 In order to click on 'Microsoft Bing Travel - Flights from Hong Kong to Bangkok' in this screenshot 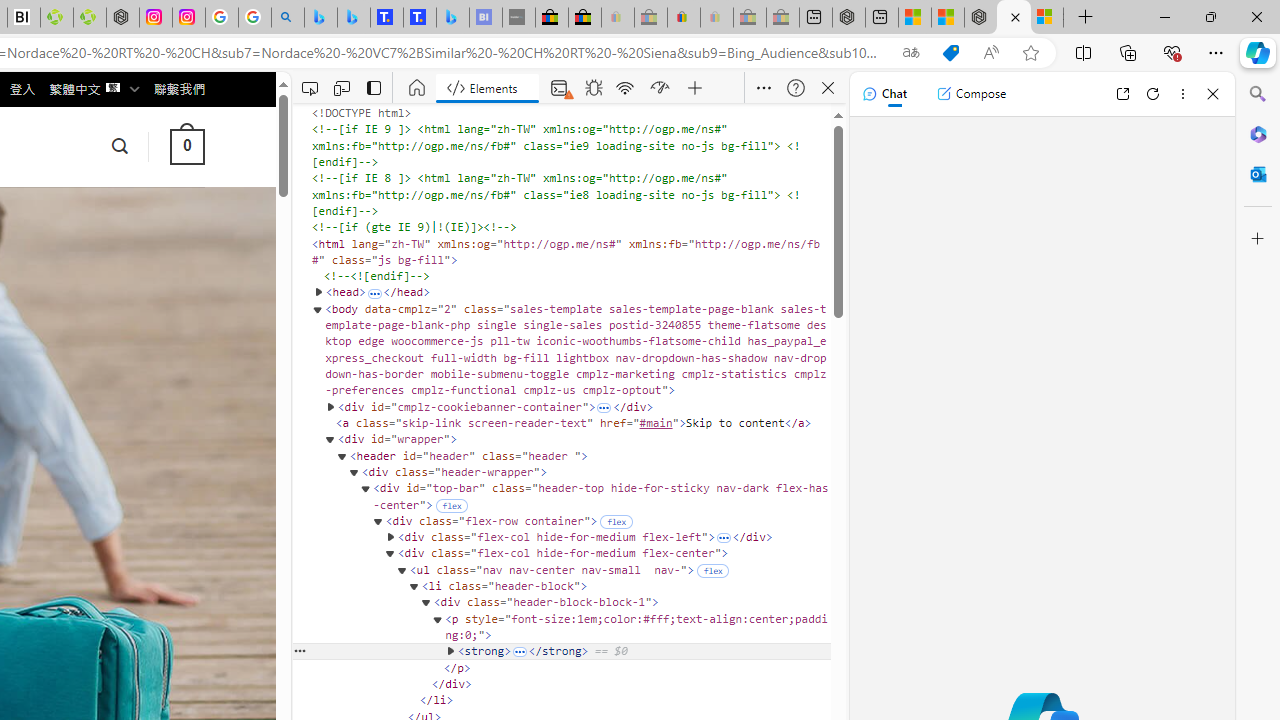, I will do `click(320, 17)`.